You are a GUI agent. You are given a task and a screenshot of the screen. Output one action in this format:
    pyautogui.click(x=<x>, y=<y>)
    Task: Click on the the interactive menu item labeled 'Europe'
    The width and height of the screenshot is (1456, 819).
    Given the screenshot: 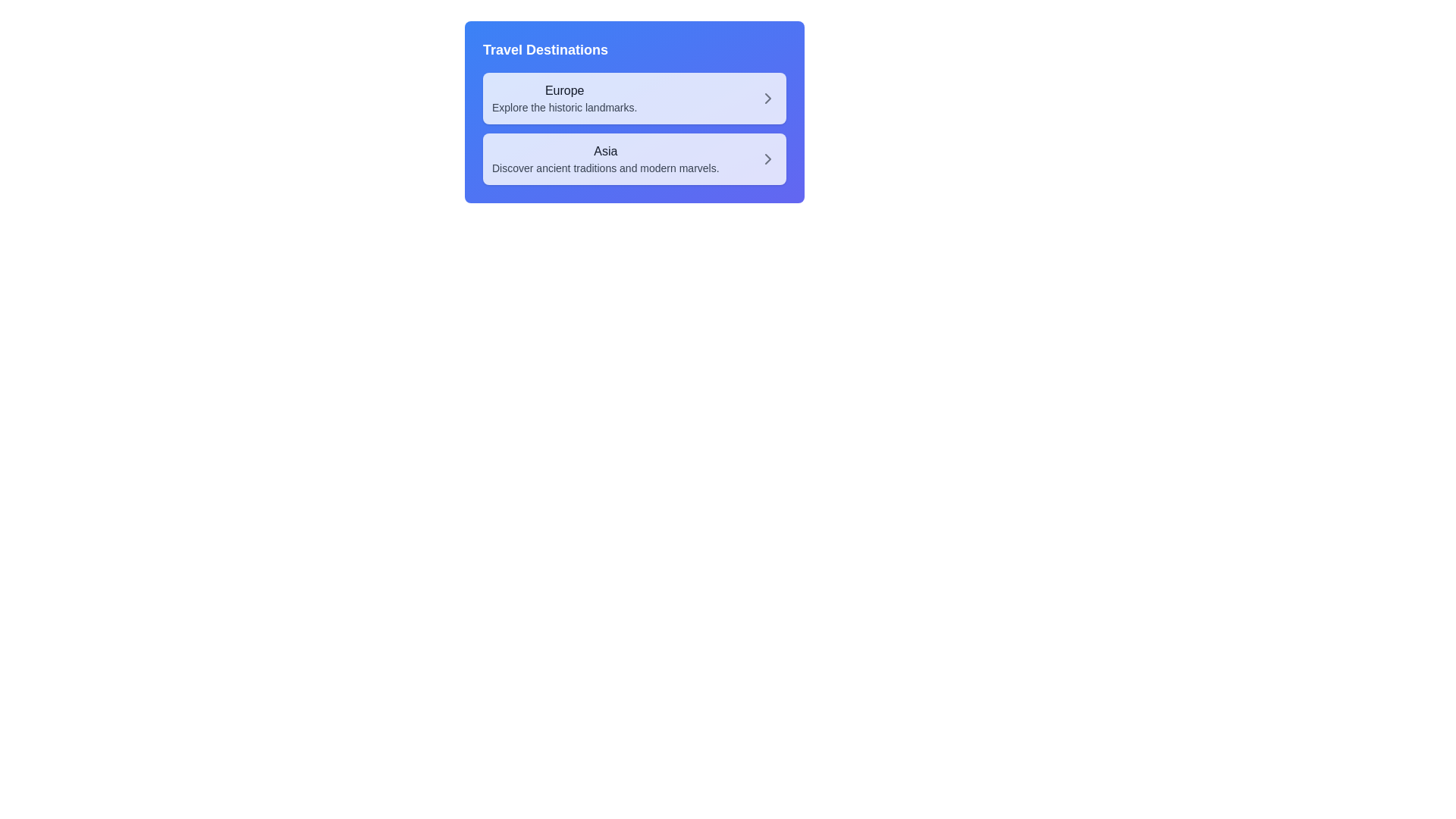 What is the action you would take?
    pyautogui.click(x=634, y=99)
    